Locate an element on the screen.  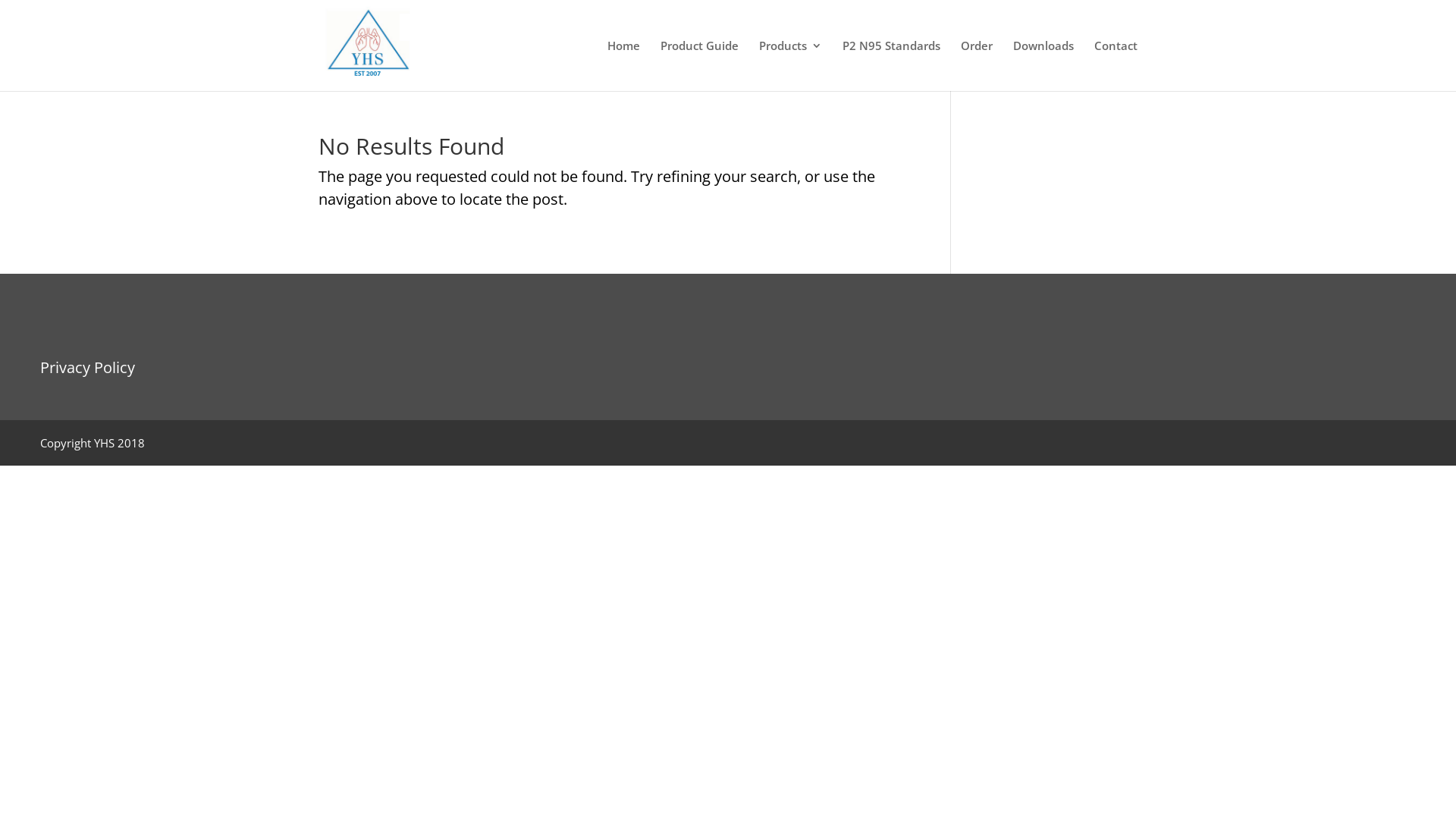
'Products' is located at coordinates (789, 64).